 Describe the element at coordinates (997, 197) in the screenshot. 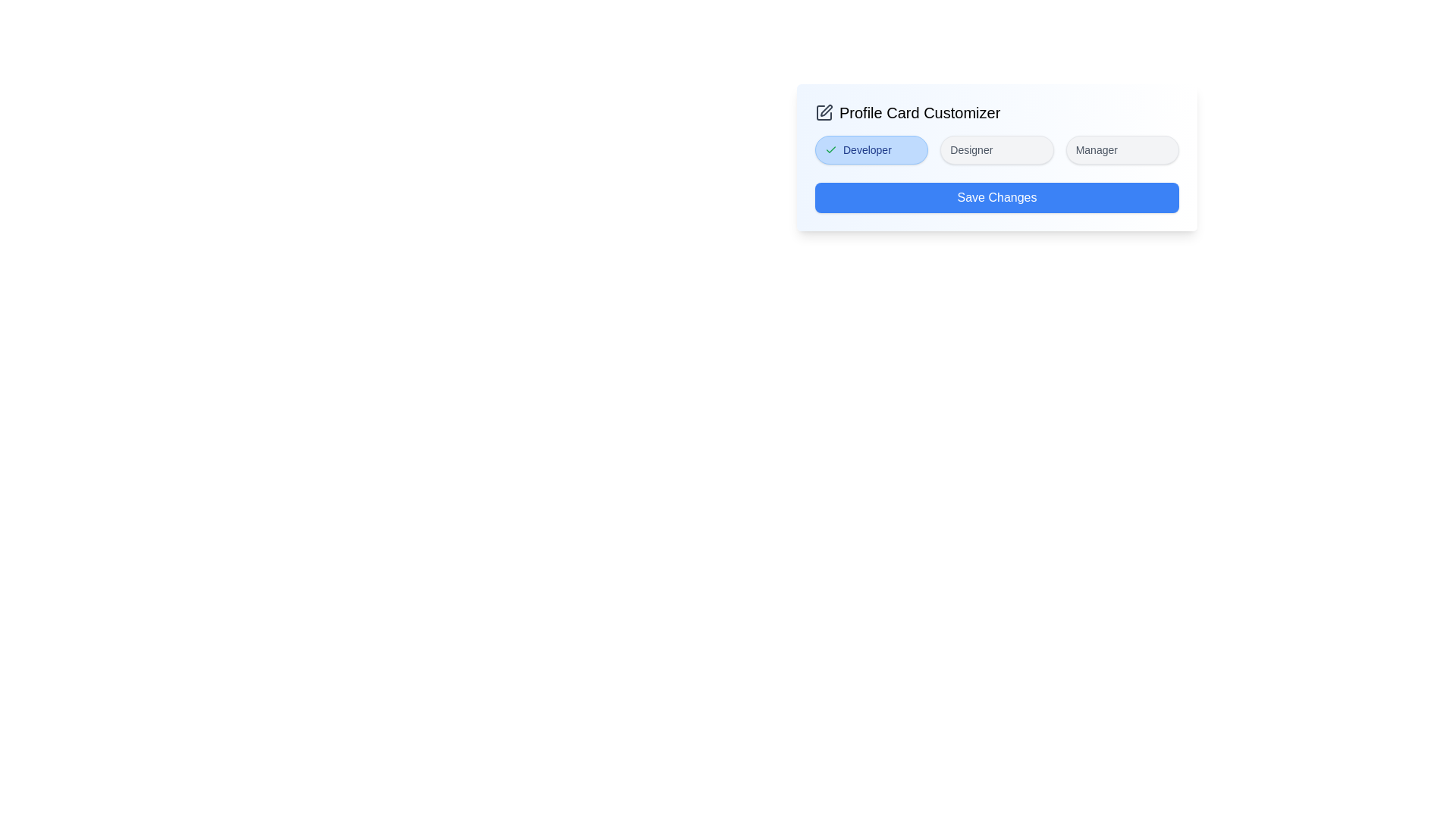

I see `'Save Changes' button to save the current configuration` at that location.